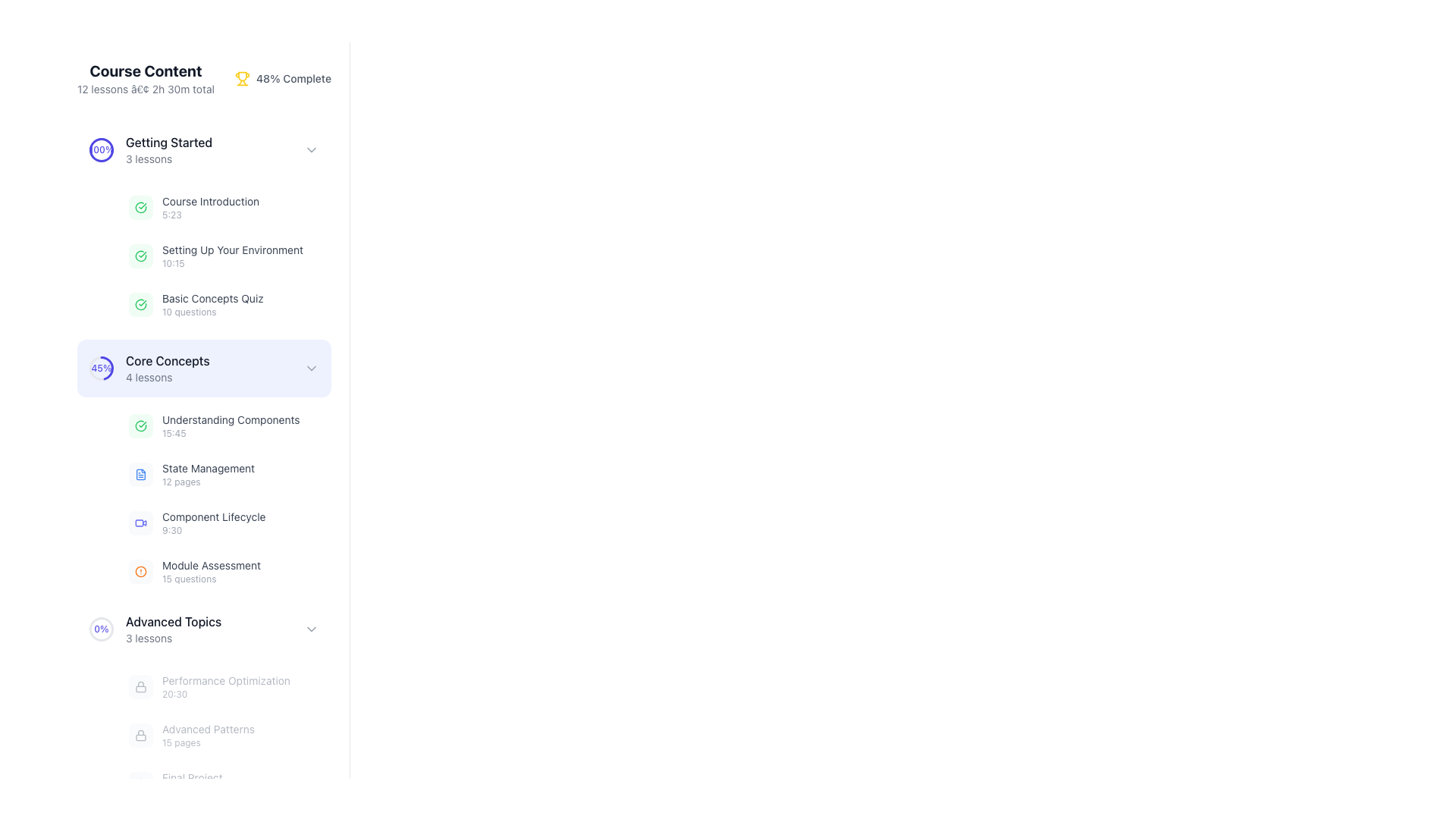  What do you see at coordinates (196, 522) in the screenshot?
I see `the List item with an indigo video icon and text 'Component Lifecycle'` at bounding box center [196, 522].